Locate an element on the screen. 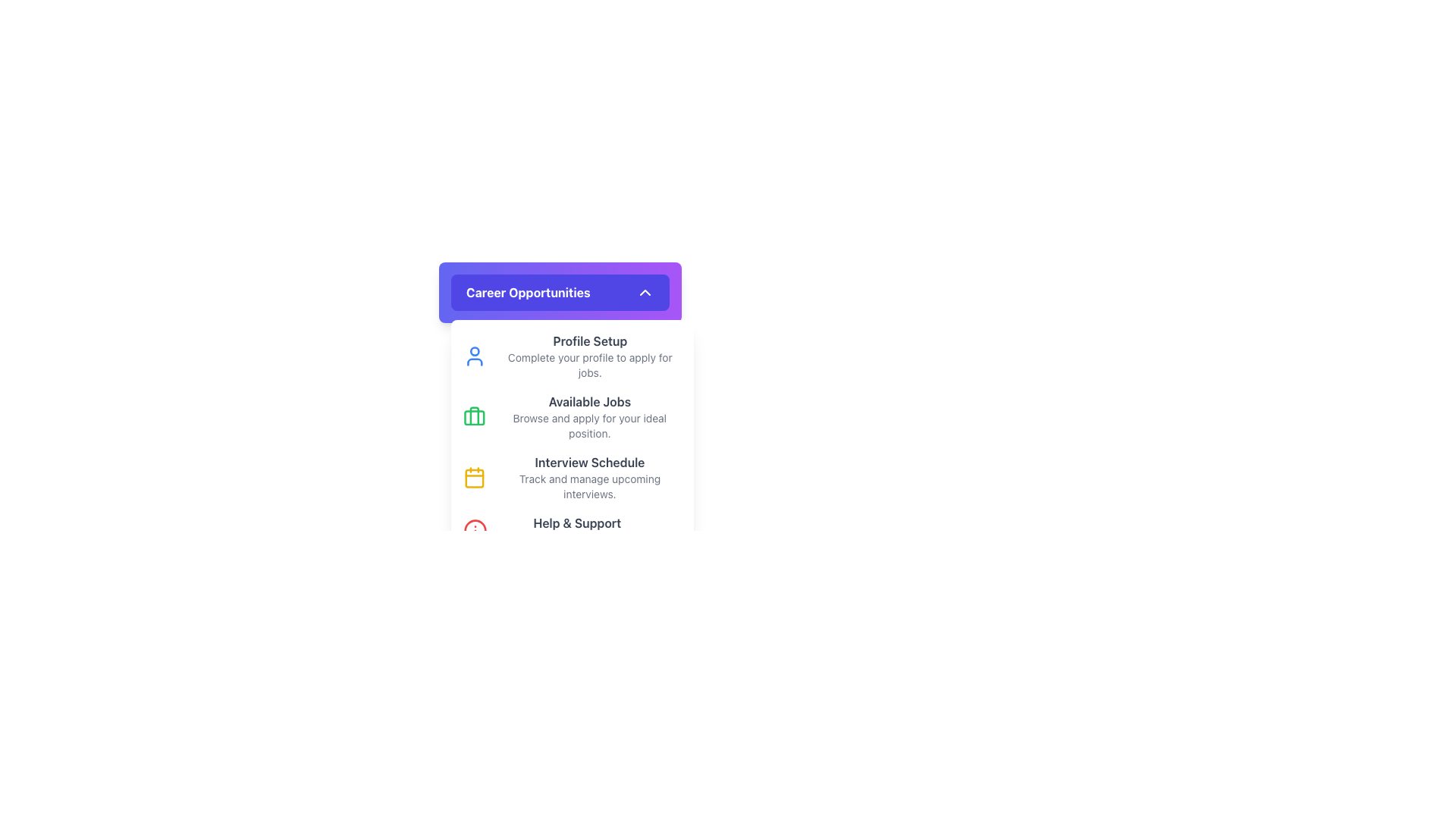 This screenshot has height=819, width=1456. the text section titled 'Interview Schedule' with the supporting description 'Track and manage upcoming interviews.' located in the vertical menu, positioned between 'Available Jobs' and 'Help & Support.' is located at coordinates (588, 476).